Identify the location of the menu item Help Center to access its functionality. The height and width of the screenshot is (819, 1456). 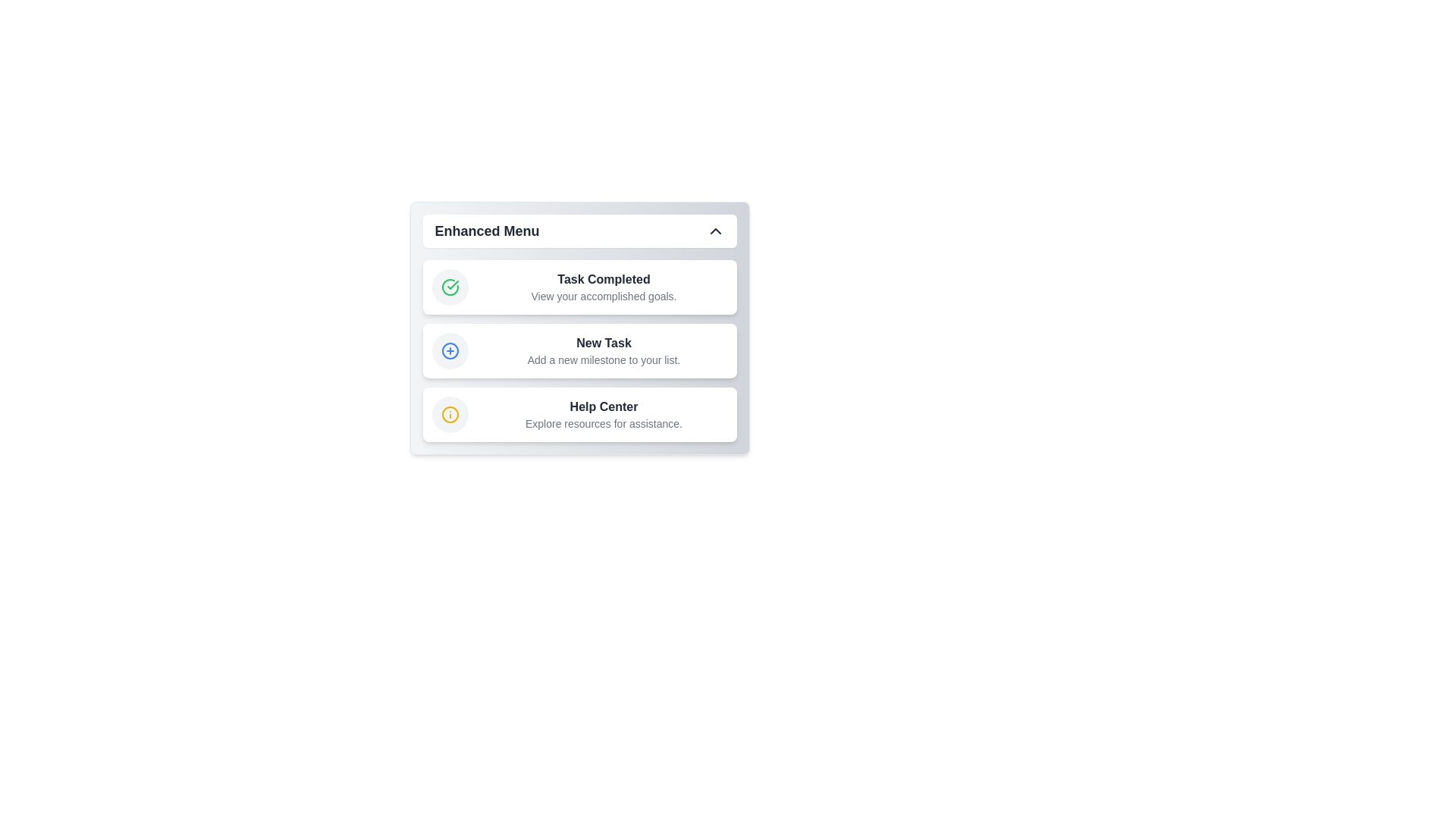
(579, 415).